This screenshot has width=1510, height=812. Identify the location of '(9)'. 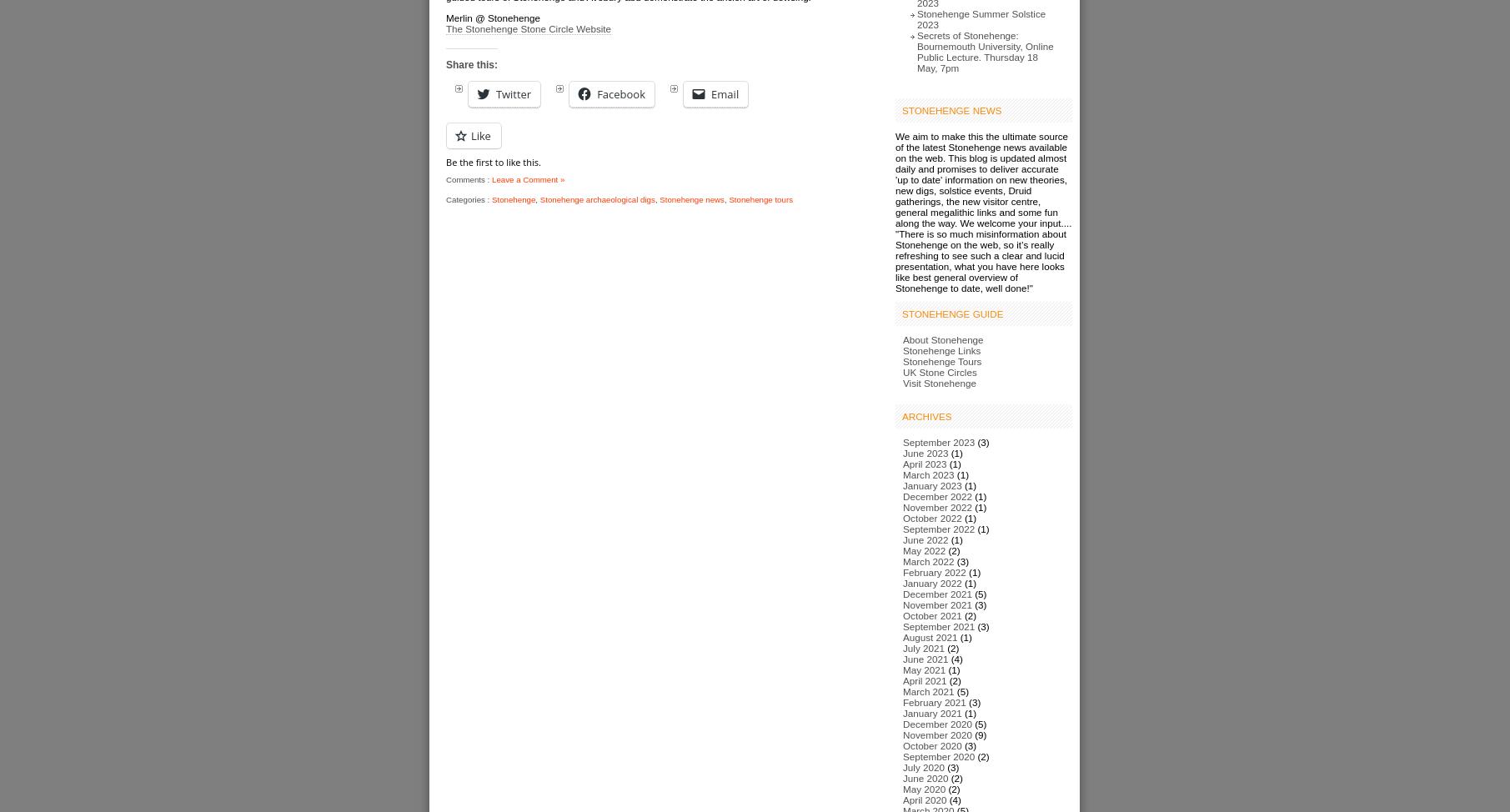
(978, 734).